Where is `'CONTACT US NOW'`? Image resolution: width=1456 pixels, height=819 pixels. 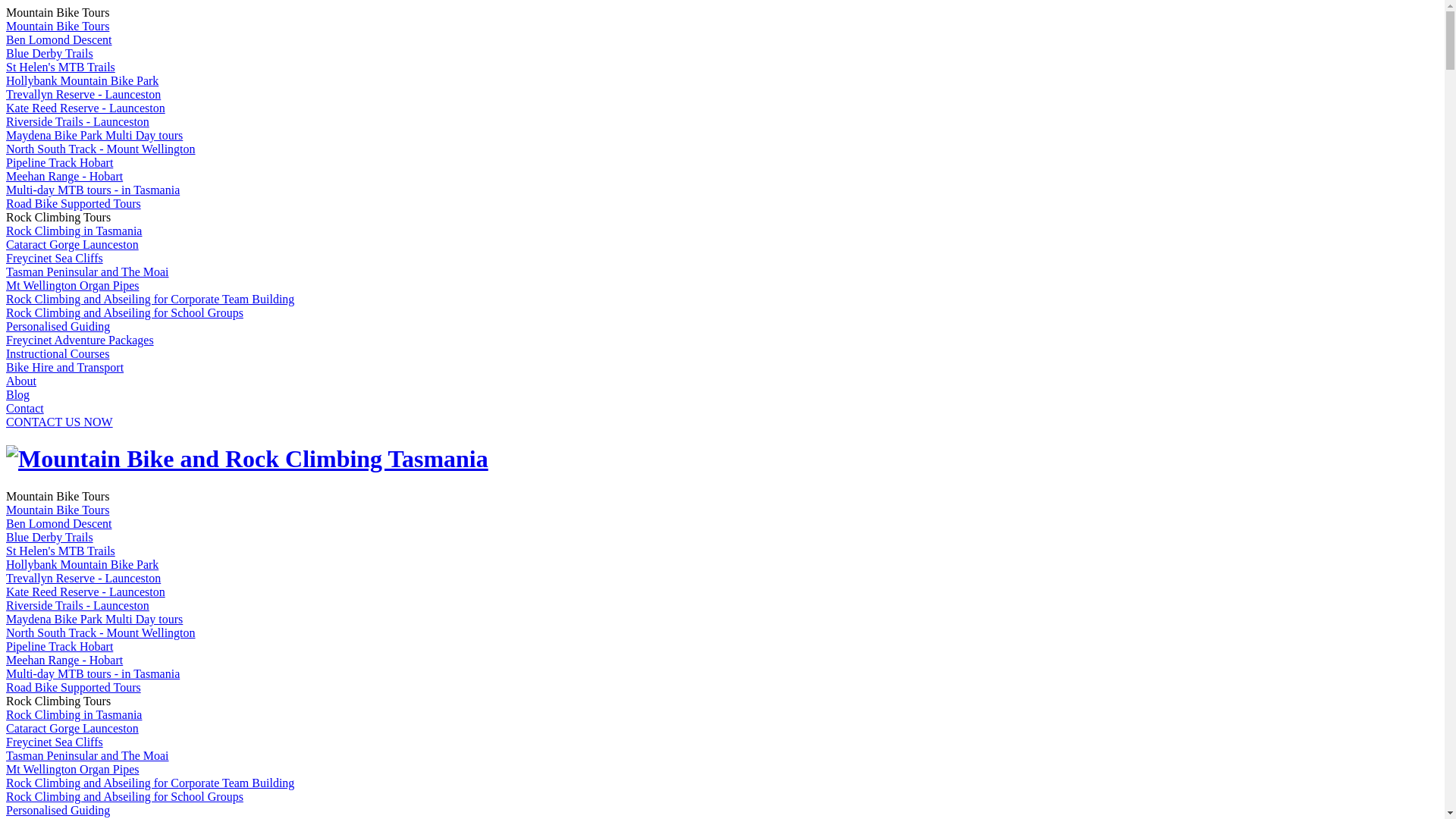 'CONTACT US NOW' is located at coordinates (59, 422).